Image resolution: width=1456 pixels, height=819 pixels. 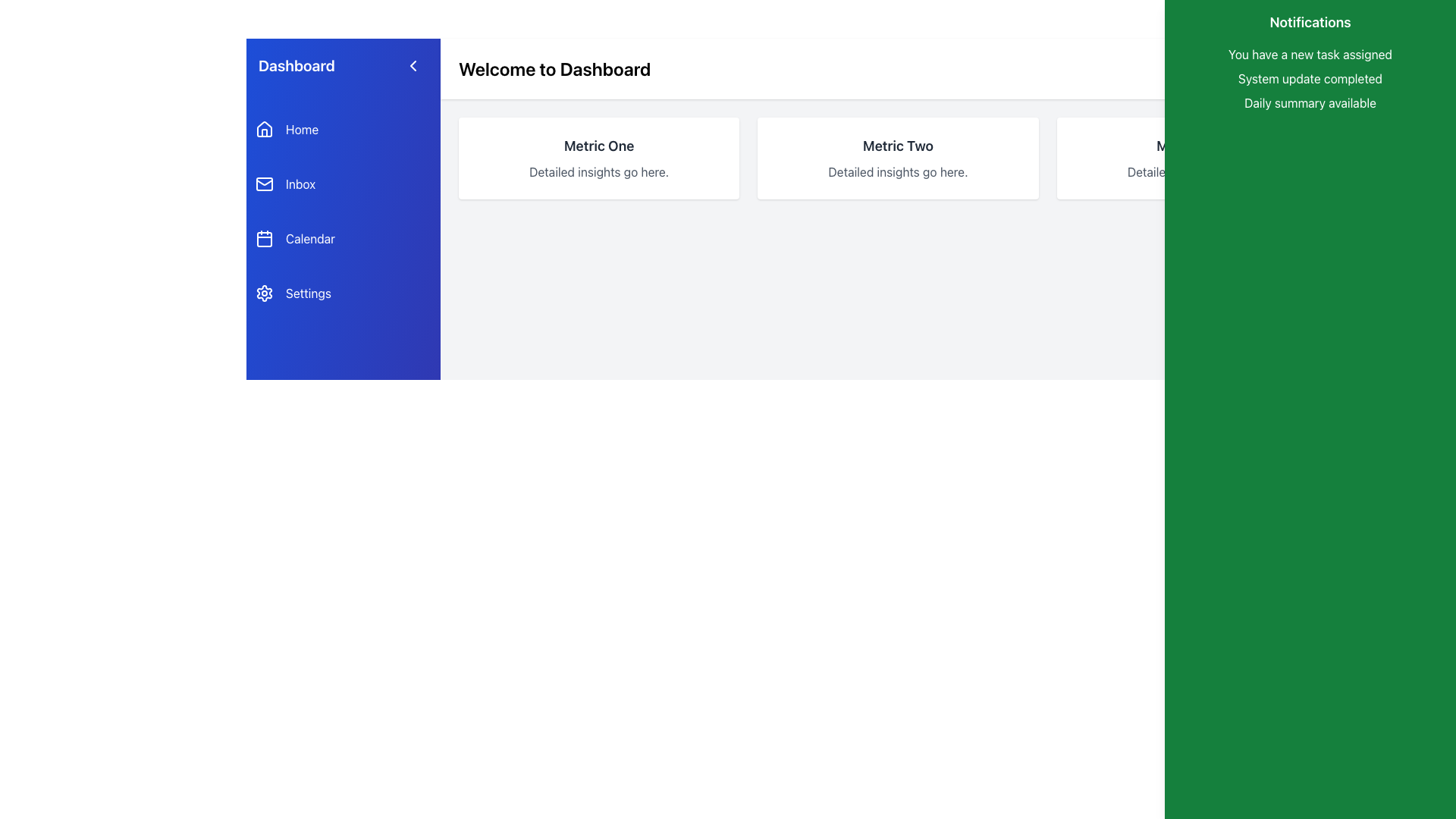 I want to click on the house icon button in the left-side navigation menu, so click(x=265, y=128).